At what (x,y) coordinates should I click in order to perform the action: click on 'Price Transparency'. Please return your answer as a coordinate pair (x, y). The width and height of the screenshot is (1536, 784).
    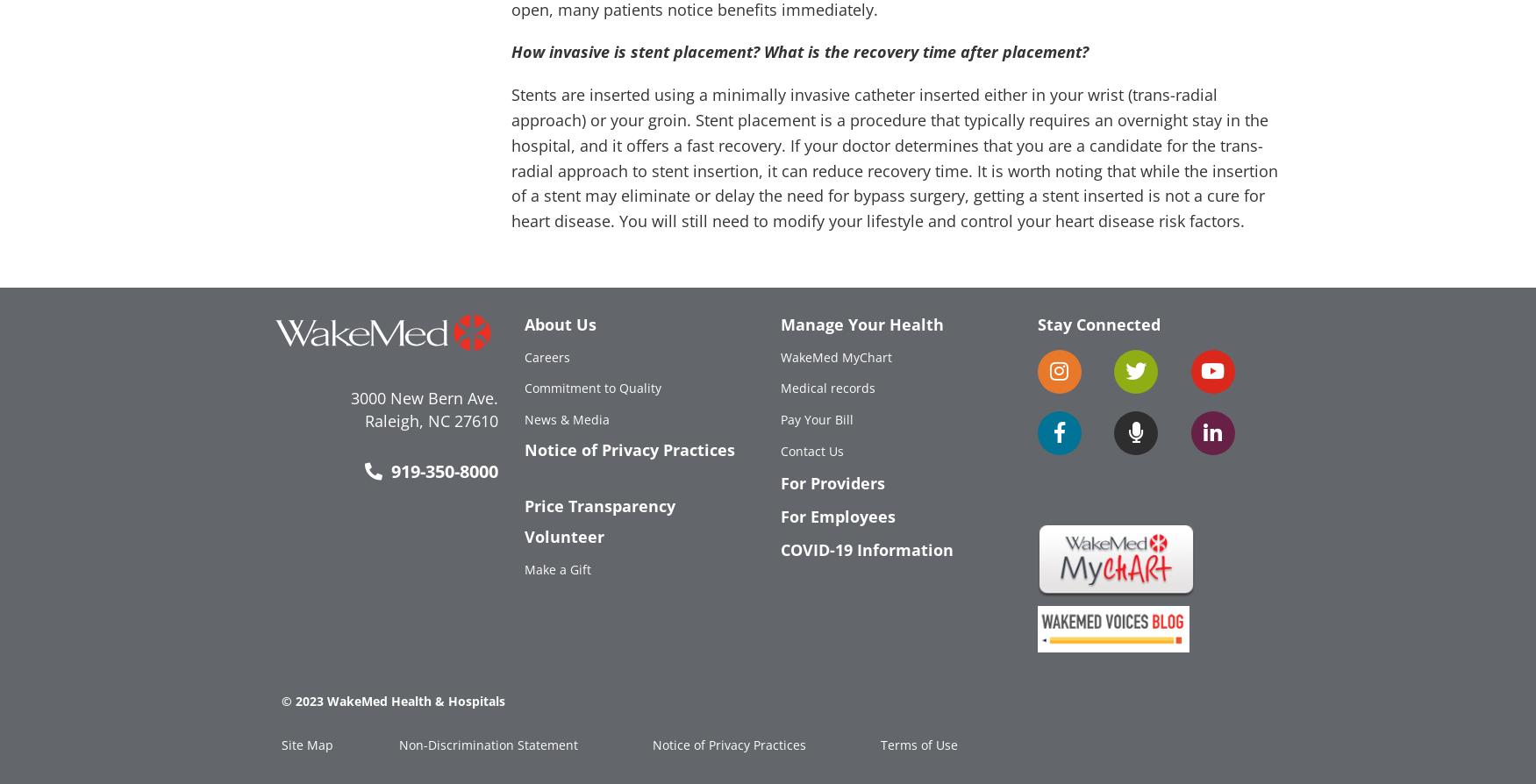
    Looking at the image, I should click on (599, 505).